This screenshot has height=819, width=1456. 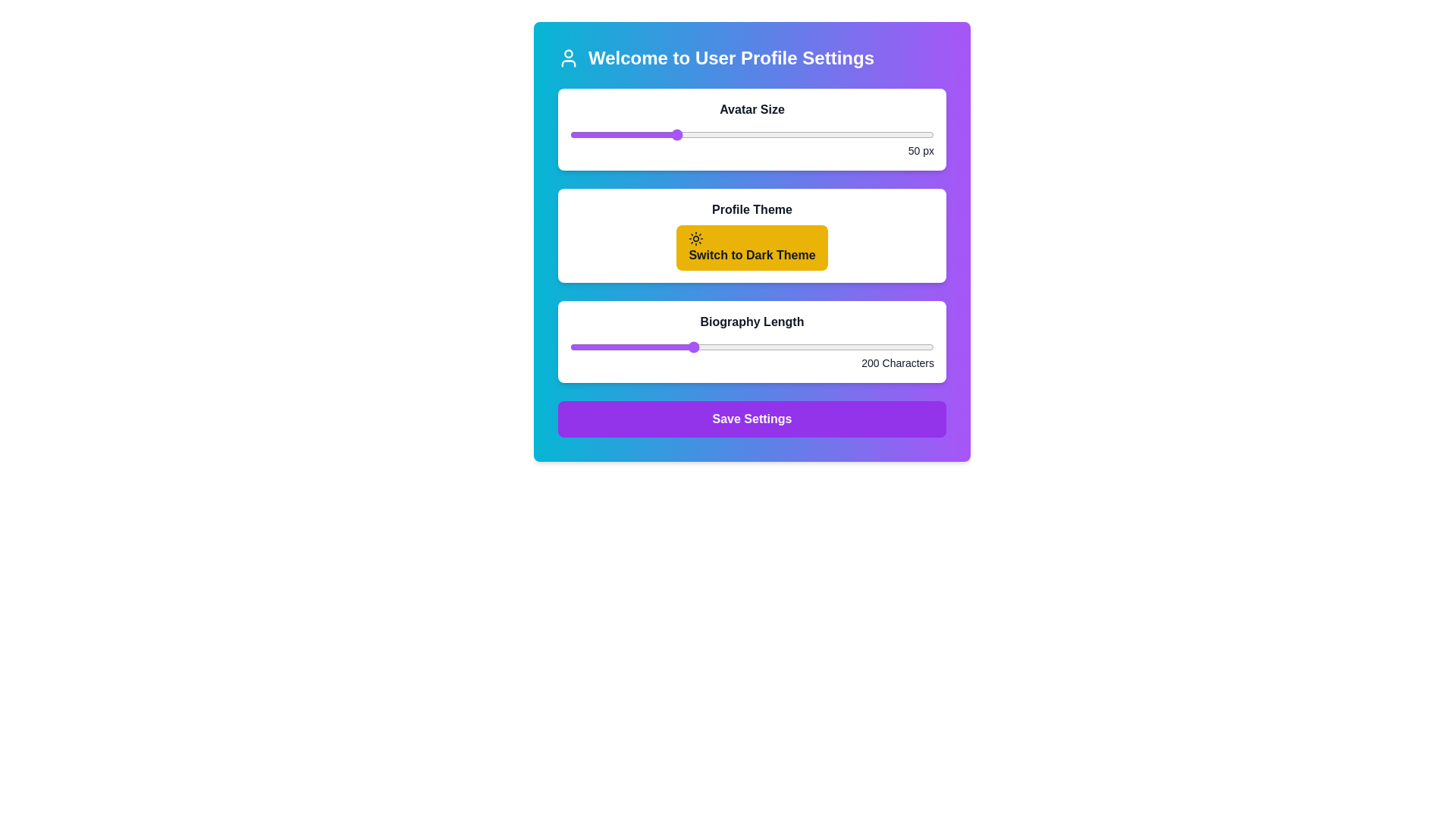 I want to click on avatar size, so click(x=699, y=133).